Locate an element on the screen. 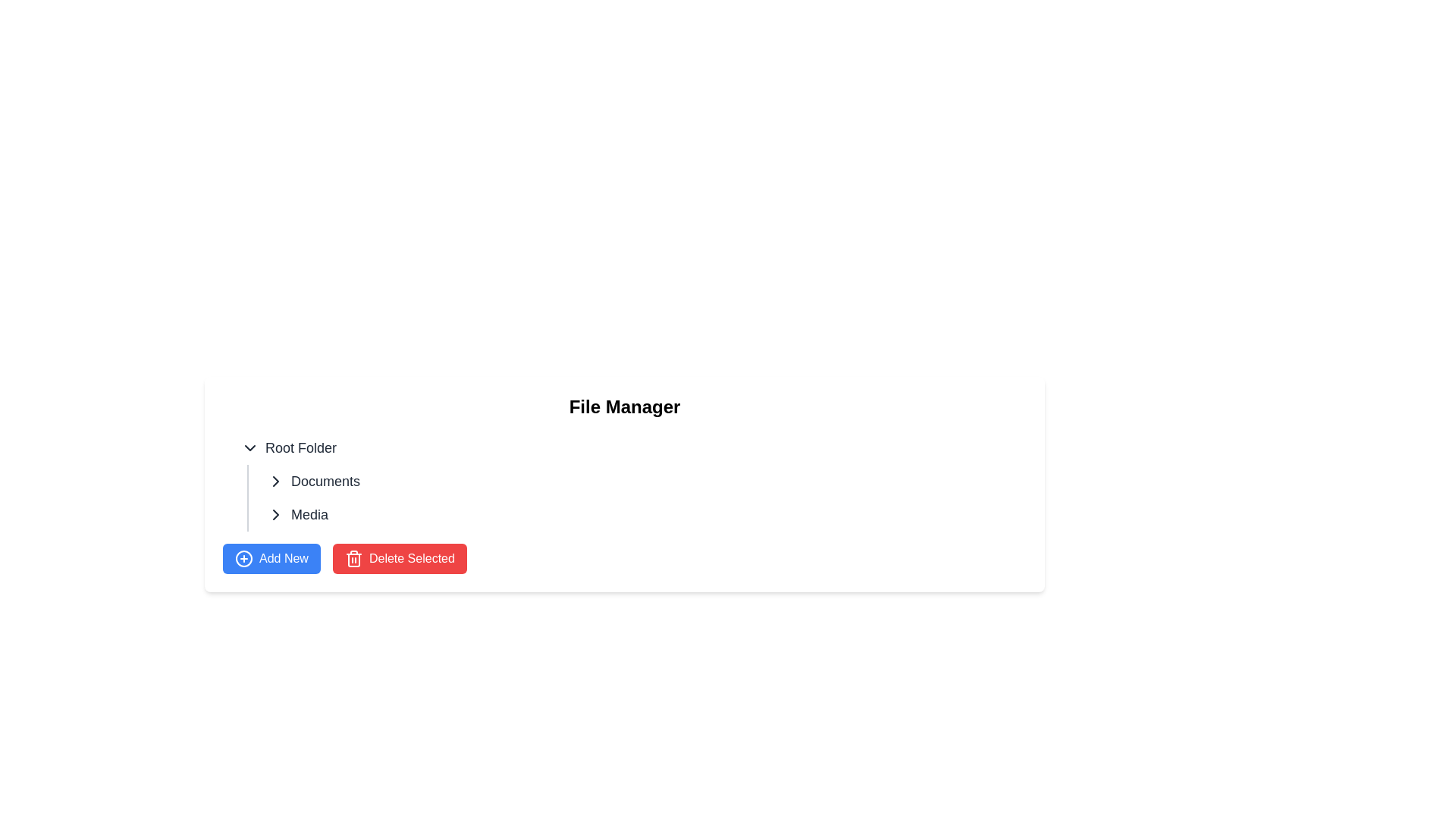 The height and width of the screenshot is (819, 1456). the core circular element of the 'circle plus' icon, which is part of the 'Add New' blue button located below the 'Root Folder' hierarchy is located at coordinates (243, 558).